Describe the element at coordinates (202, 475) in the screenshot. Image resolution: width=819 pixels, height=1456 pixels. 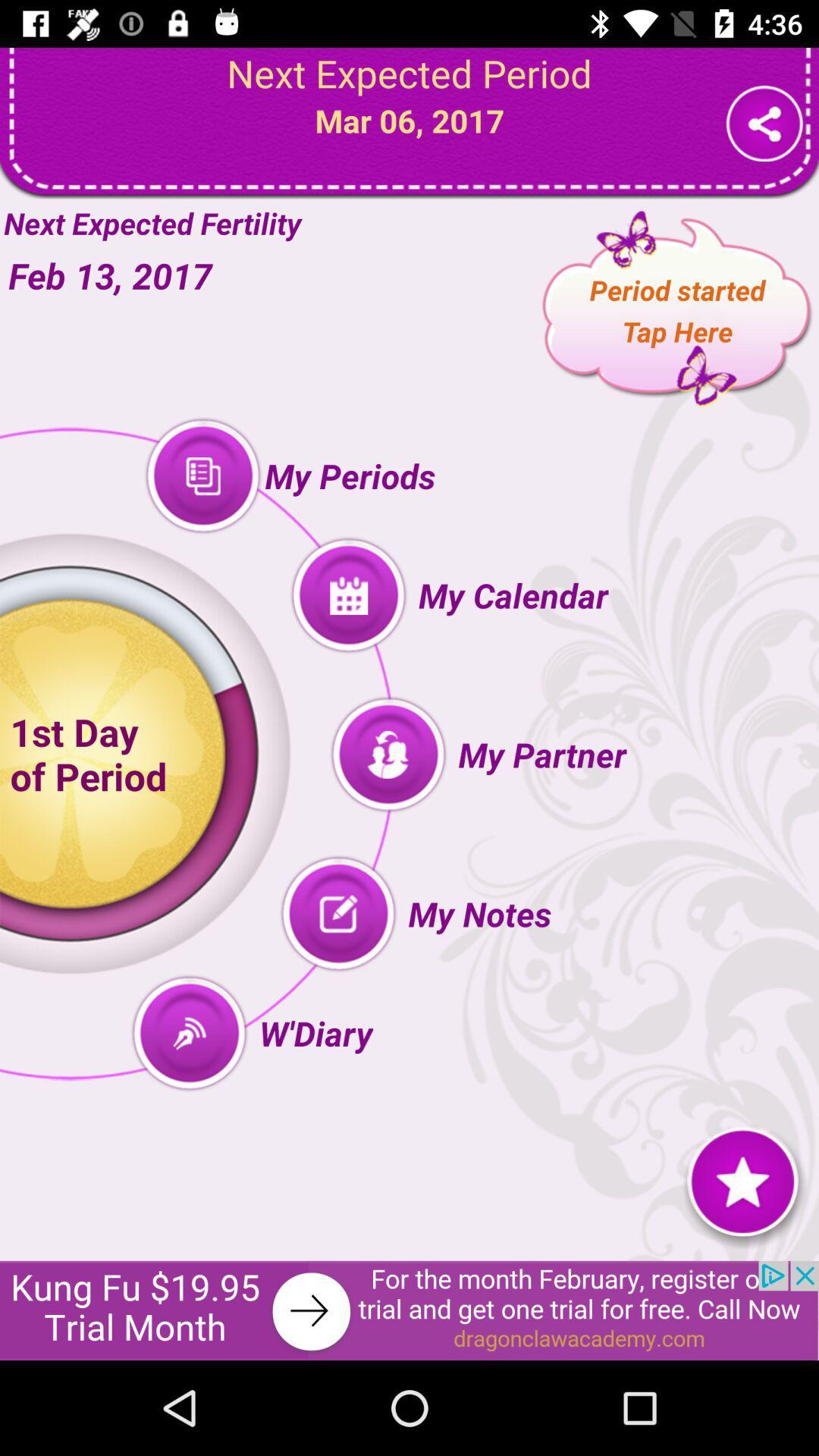
I see `the button beside my periods` at that location.